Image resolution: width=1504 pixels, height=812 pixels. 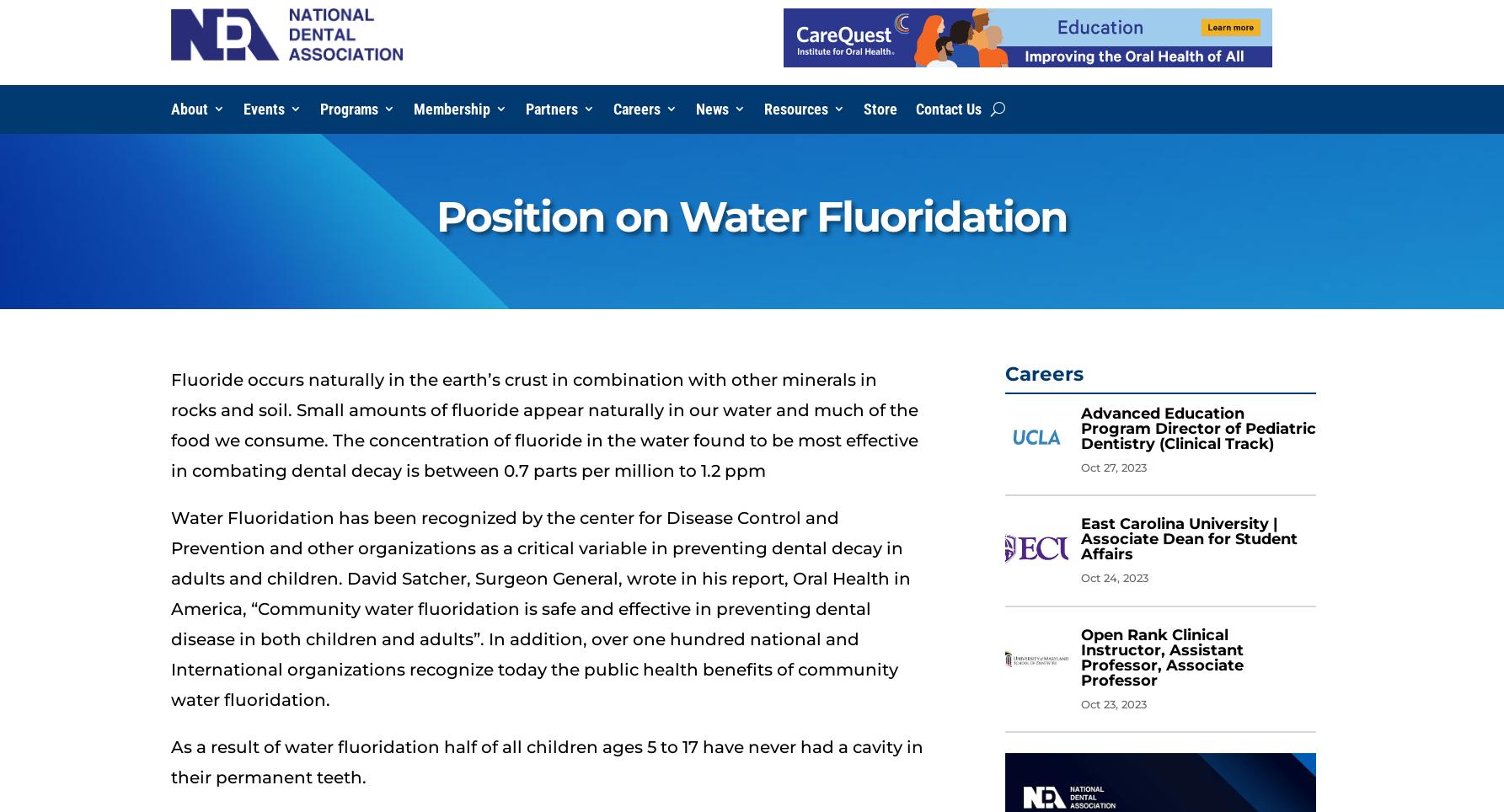 What do you see at coordinates (330, 351) in the screenshot?
I see `'Women’s Health Symposium'` at bounding box center [330, 351].